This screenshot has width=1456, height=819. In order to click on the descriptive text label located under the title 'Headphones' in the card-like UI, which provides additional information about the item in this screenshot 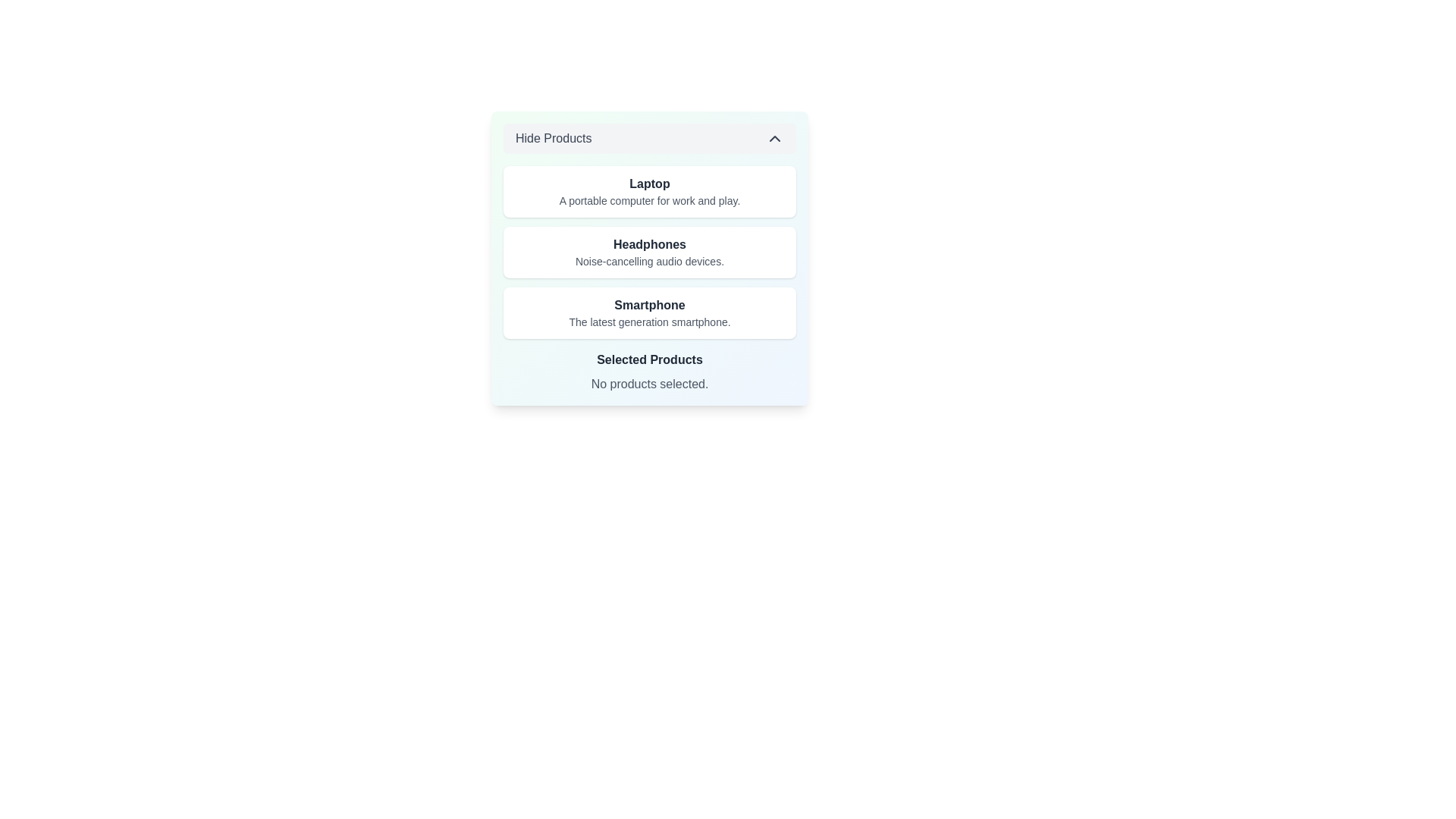, I will do `click(650, 260)`.